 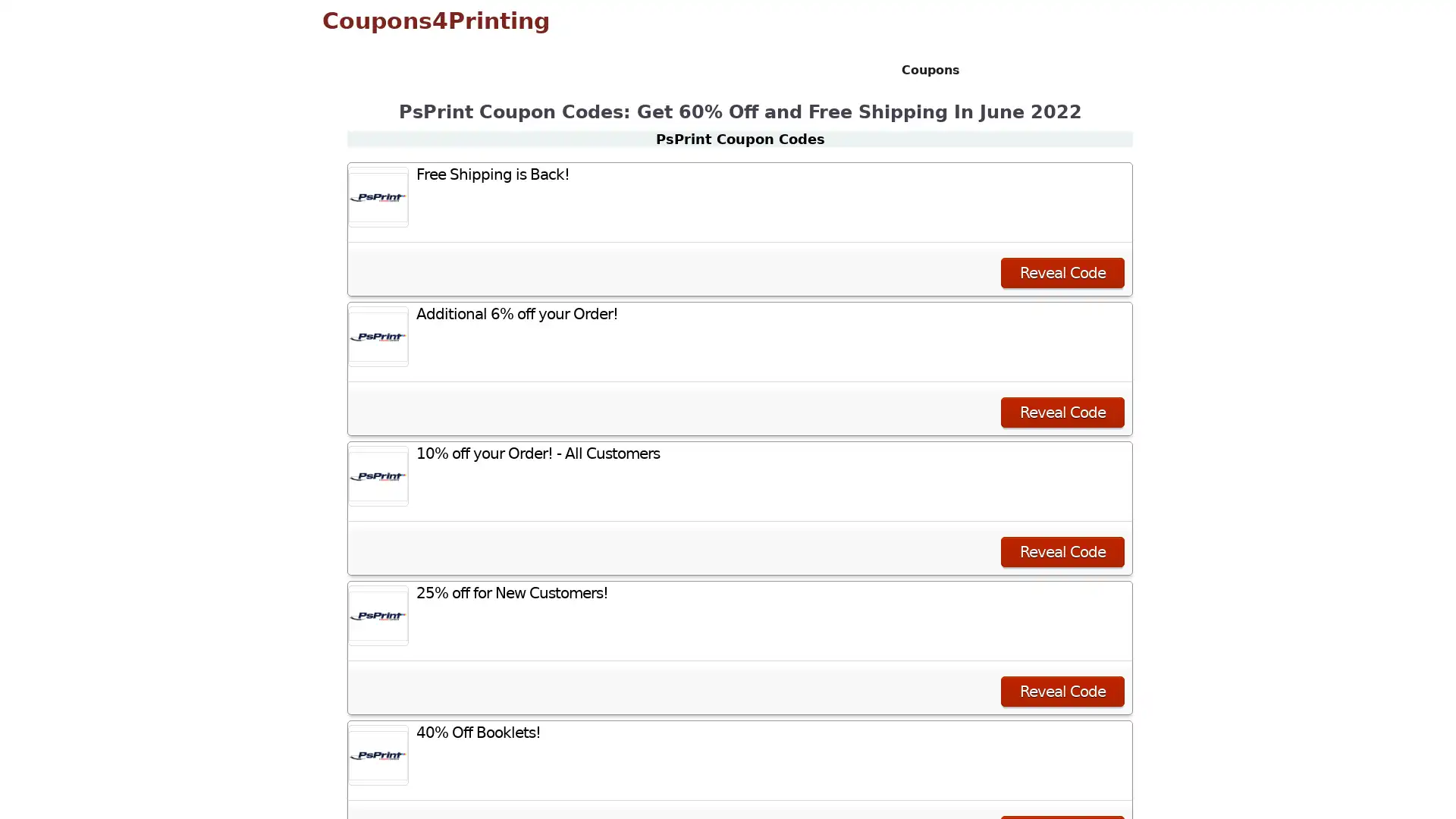 What do you see at coordinates (1062, 552) in the screenshot?
I see `Reveal Code` at bounding box center [1062, 552].